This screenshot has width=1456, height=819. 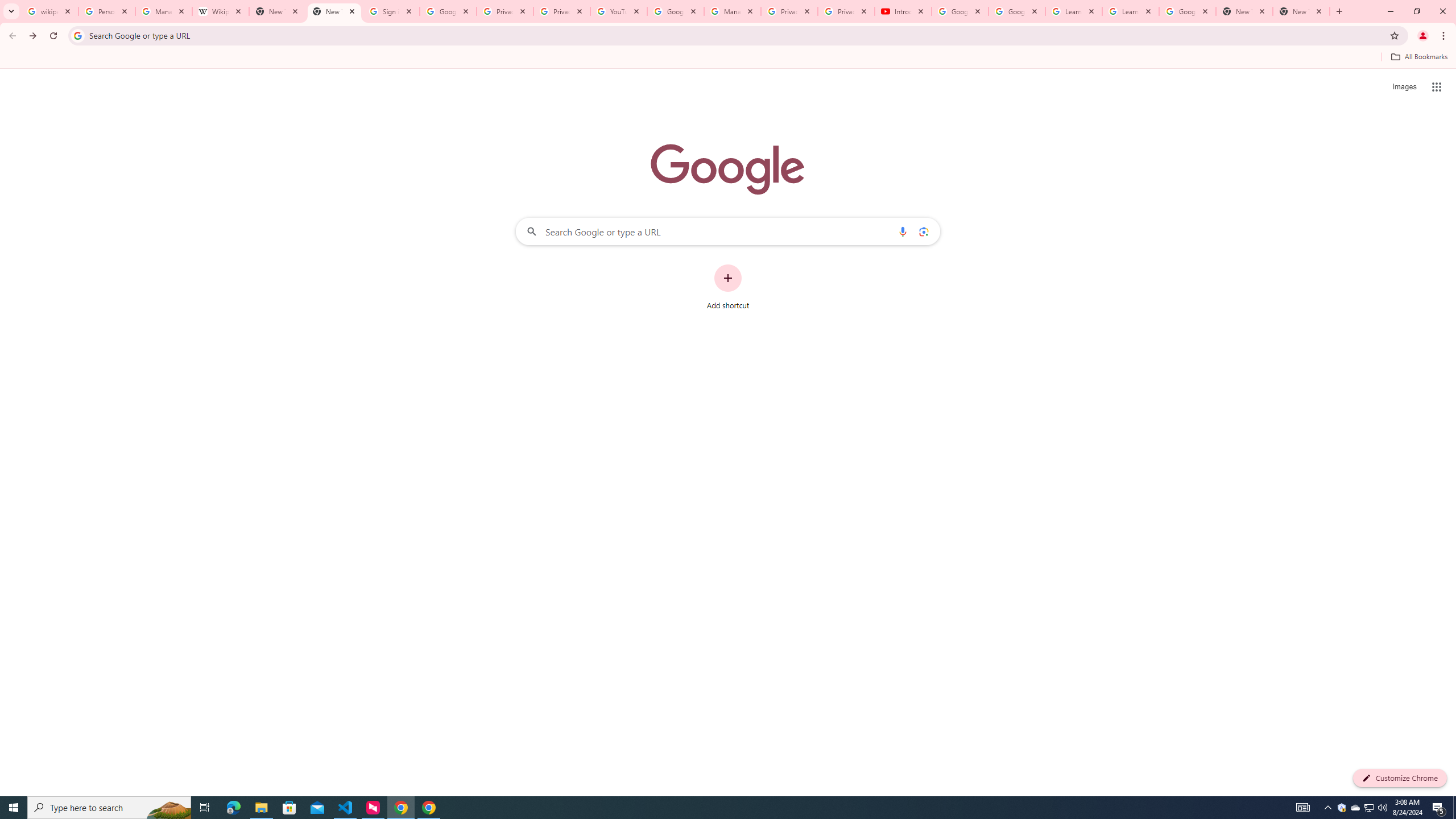 I want to click on 'Personalization & Google Search results - Google Search Help', so click(x=106, y=11).